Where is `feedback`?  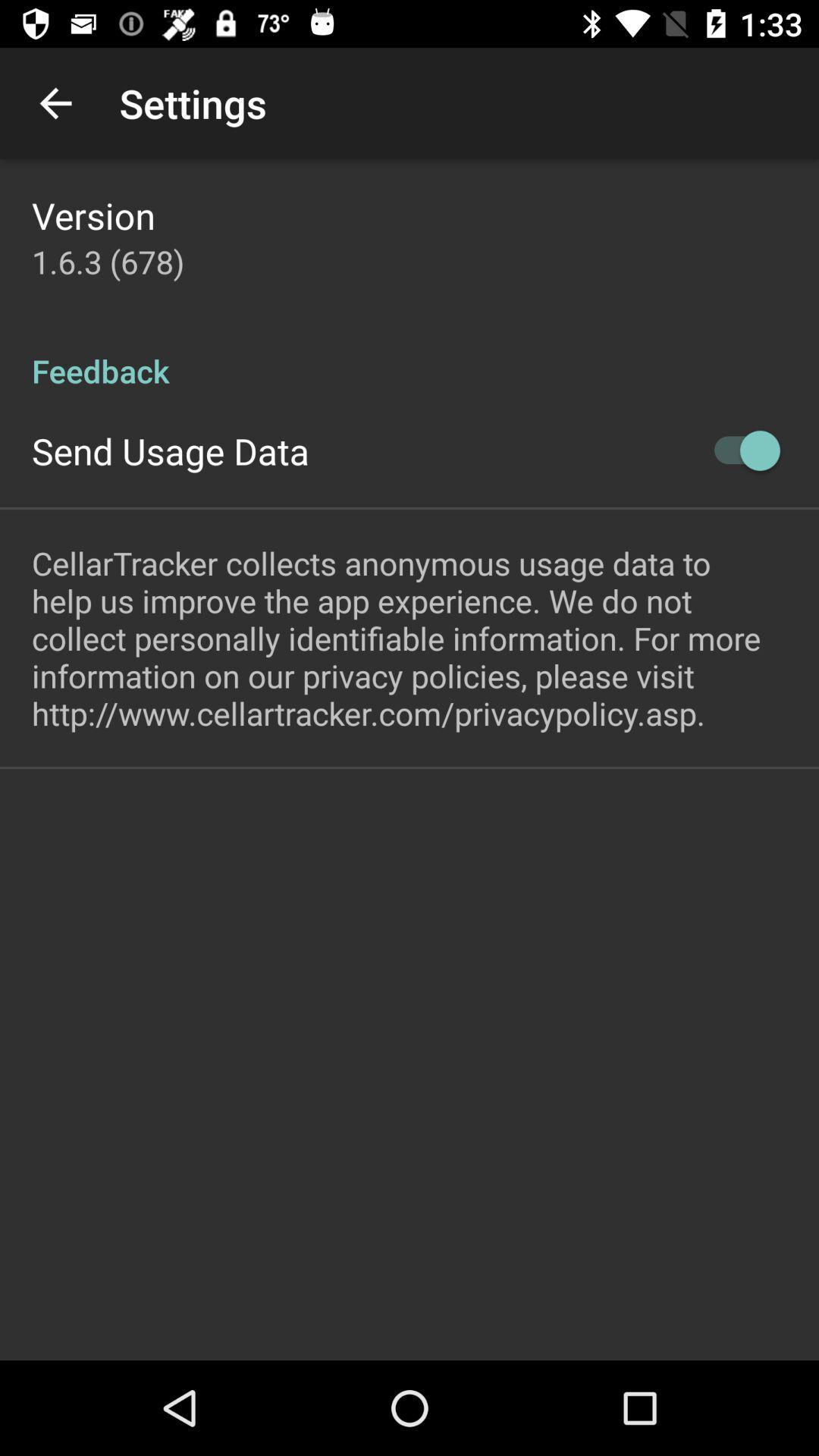
feedback is located at coordinates (409, 353).